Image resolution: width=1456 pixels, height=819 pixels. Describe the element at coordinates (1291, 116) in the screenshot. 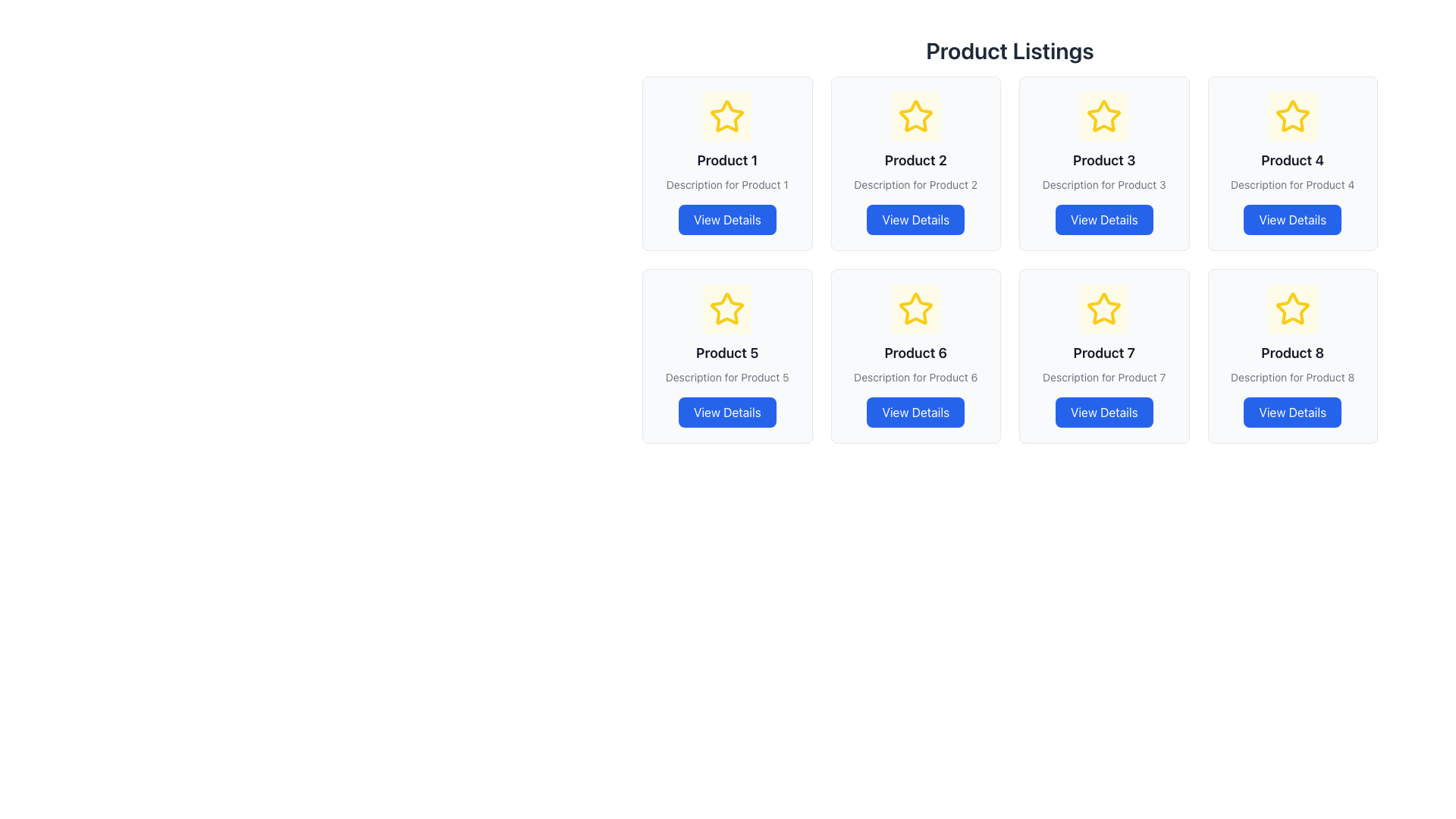

I see `the star icon located above the product title in the 'Product 4' card in the 'Product Listings' section` at that location.